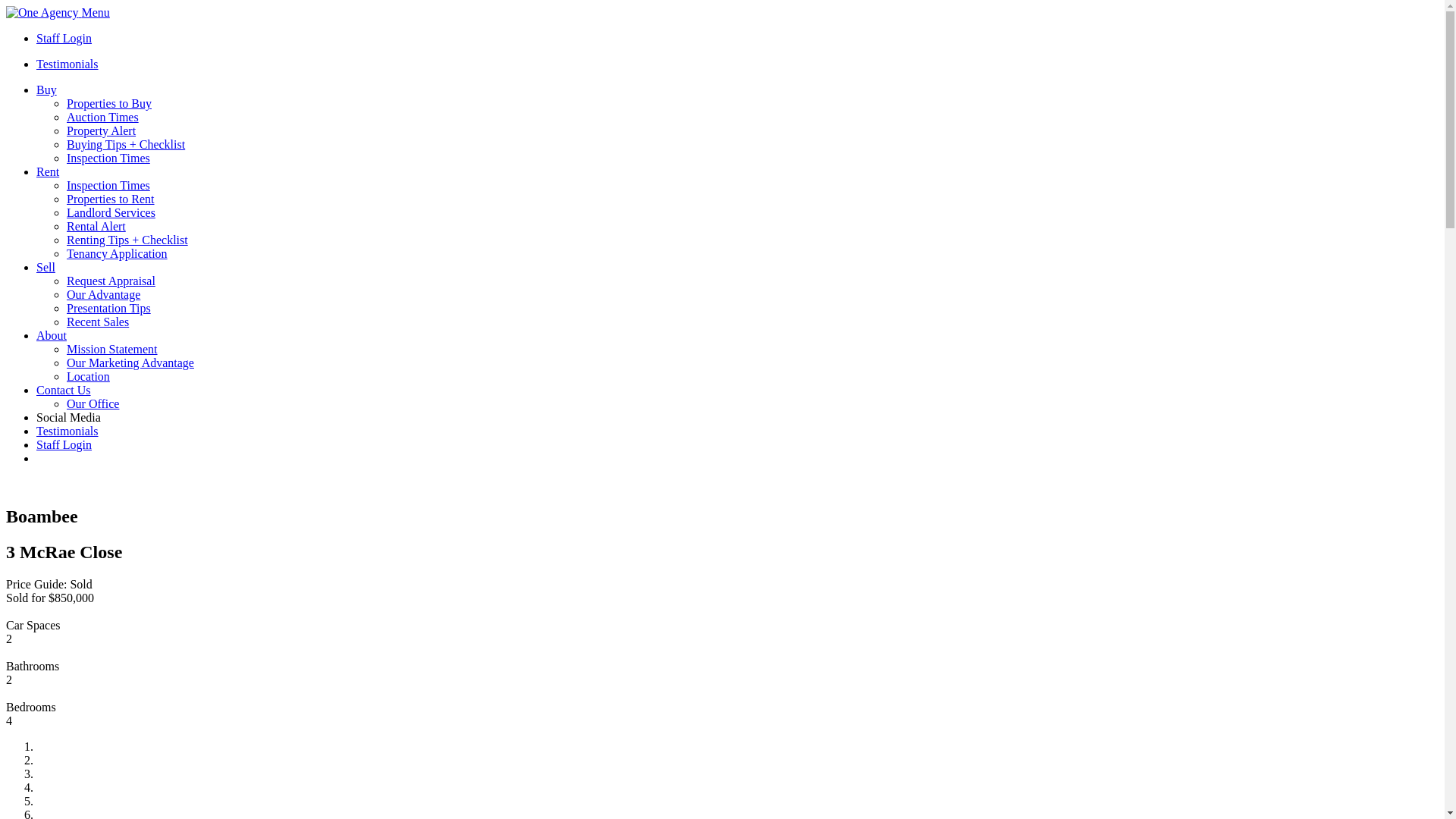 This screenshot has height=819, width=1456. Describe the element at coordinates (65, 198) in the screenshot. I see `'Properties to Rent'` at that location.